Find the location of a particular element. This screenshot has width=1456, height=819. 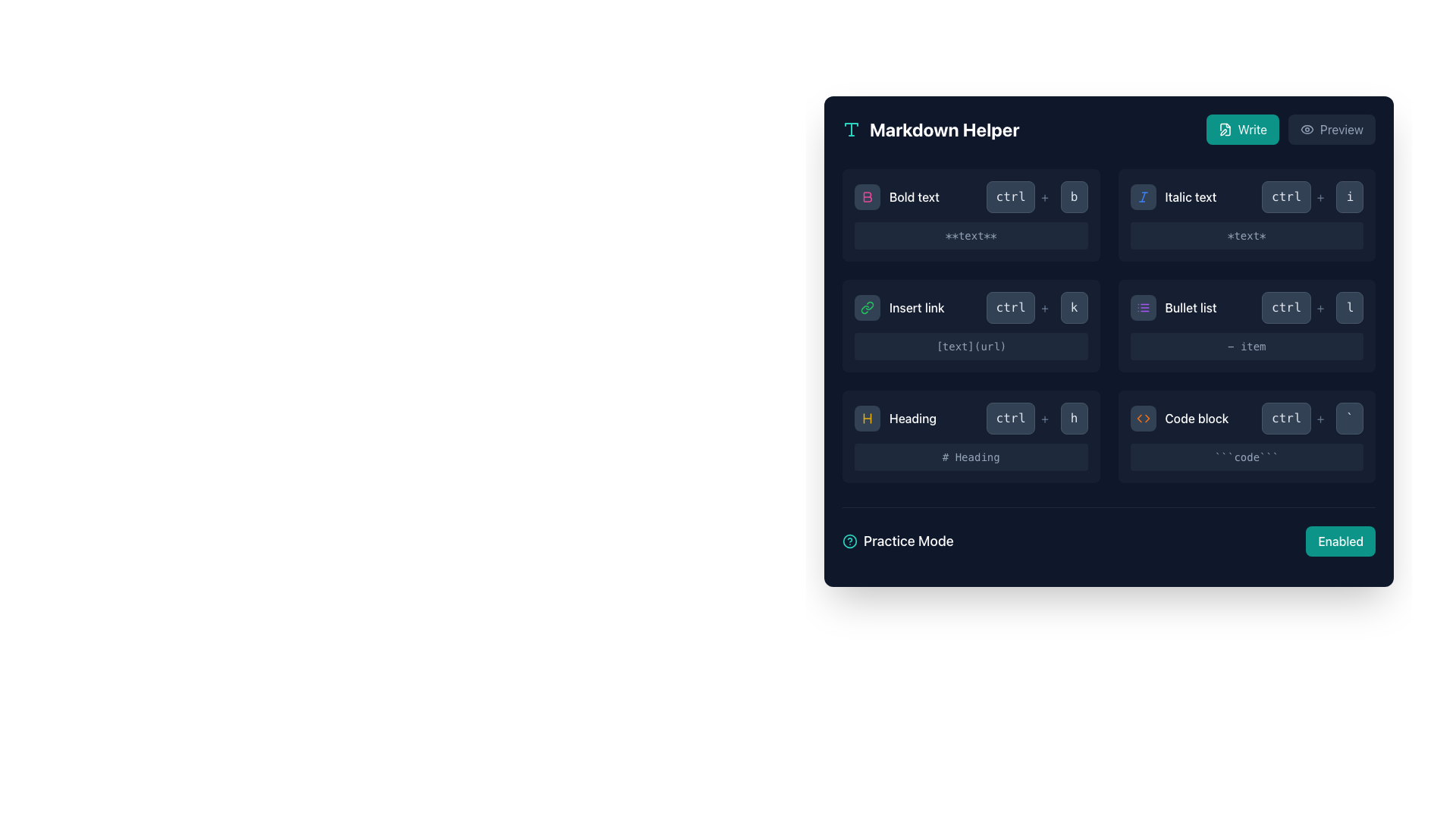

the label or text display located in the lower-right corner of the grid layout, which is associated with the Markdown Helper functionality is located at coordinates (1196, 418).